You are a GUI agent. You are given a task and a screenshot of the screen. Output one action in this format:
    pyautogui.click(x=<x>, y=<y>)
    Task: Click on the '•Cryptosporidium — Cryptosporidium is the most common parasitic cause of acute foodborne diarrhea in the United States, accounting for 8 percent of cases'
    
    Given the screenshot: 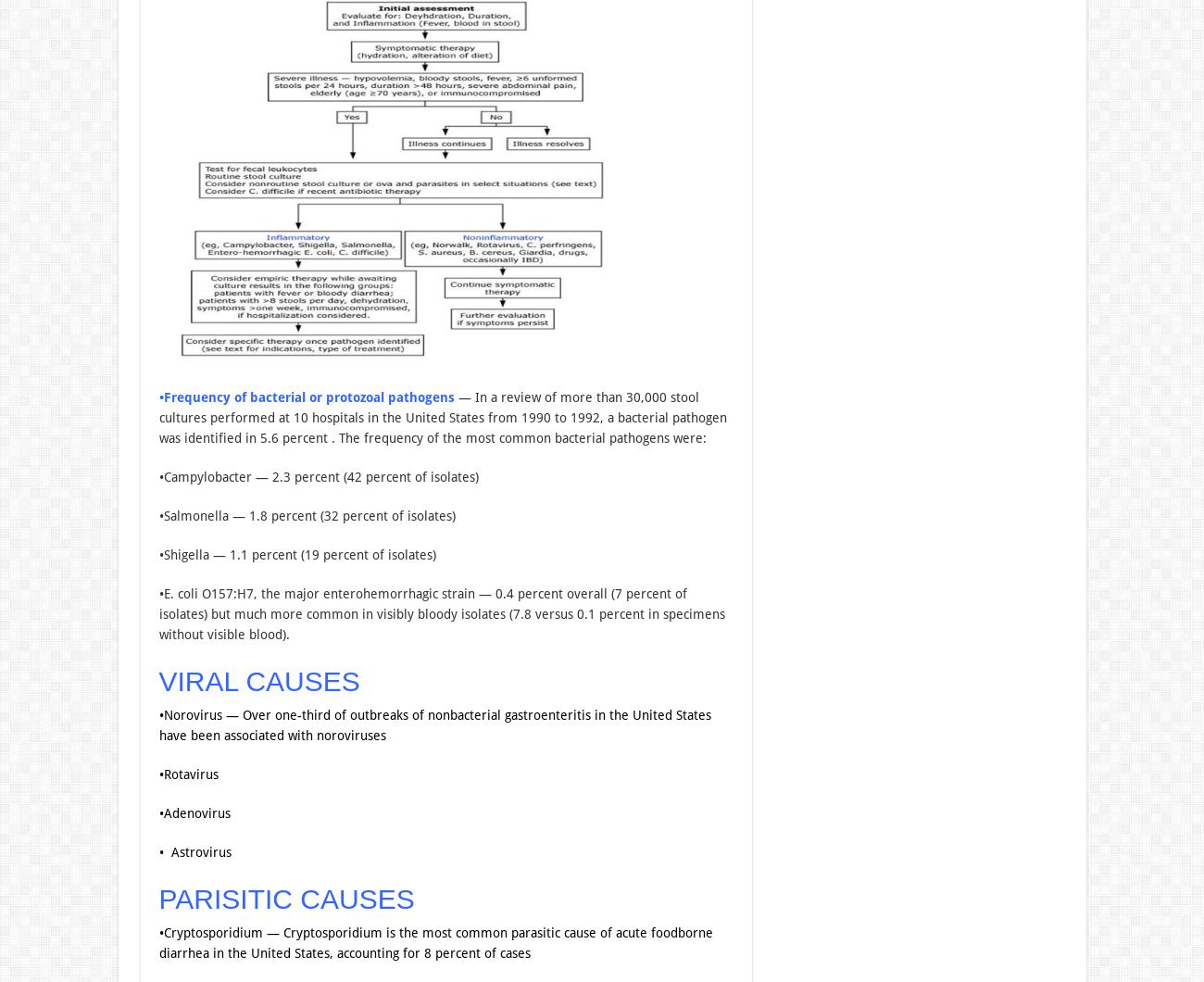 What is the action you would take?
    pyautogui.click(x=433, y=940)
    